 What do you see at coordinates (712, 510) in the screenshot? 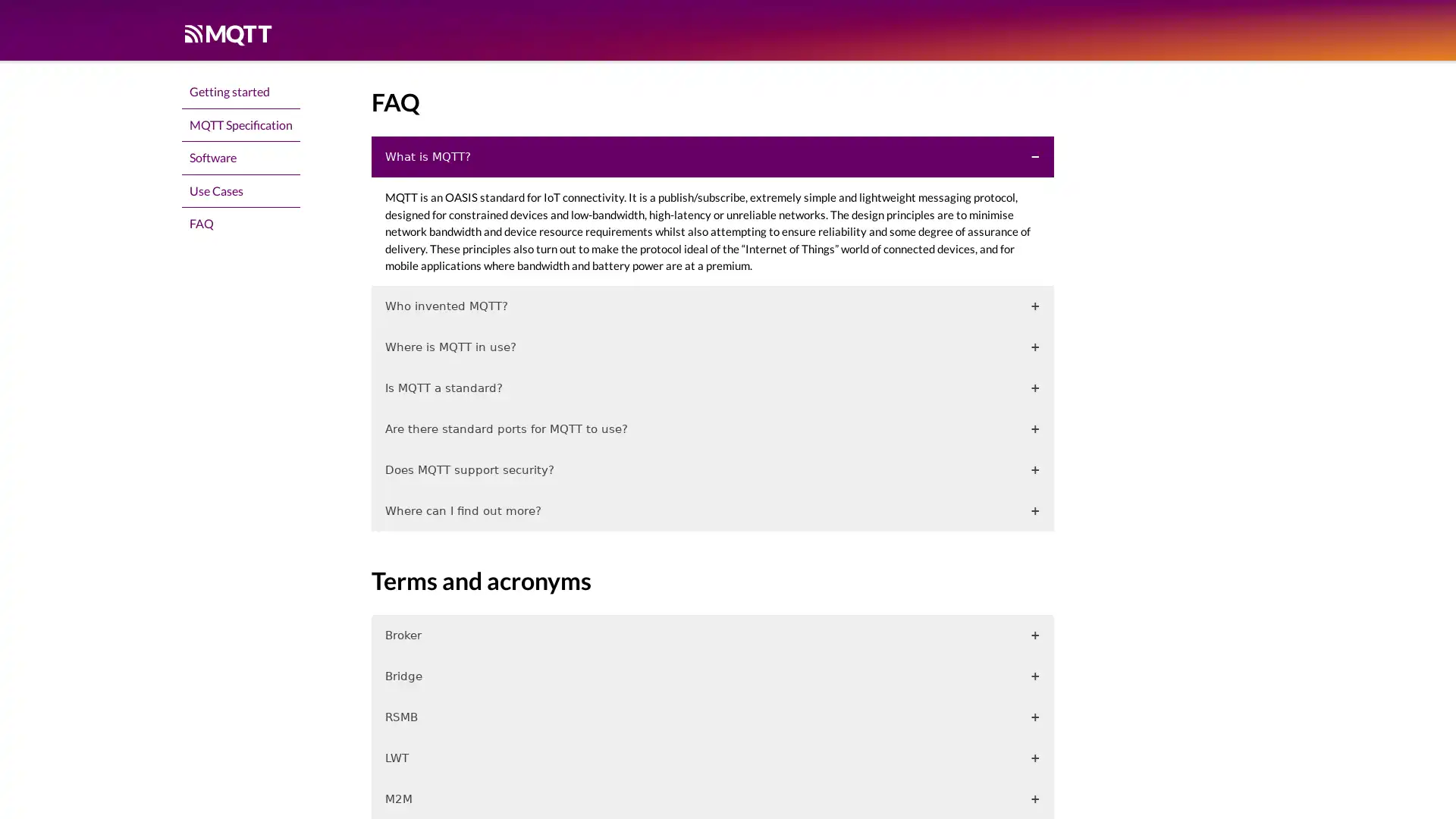
I see `Where can I find out more? +` at bounding box center [712, 510].